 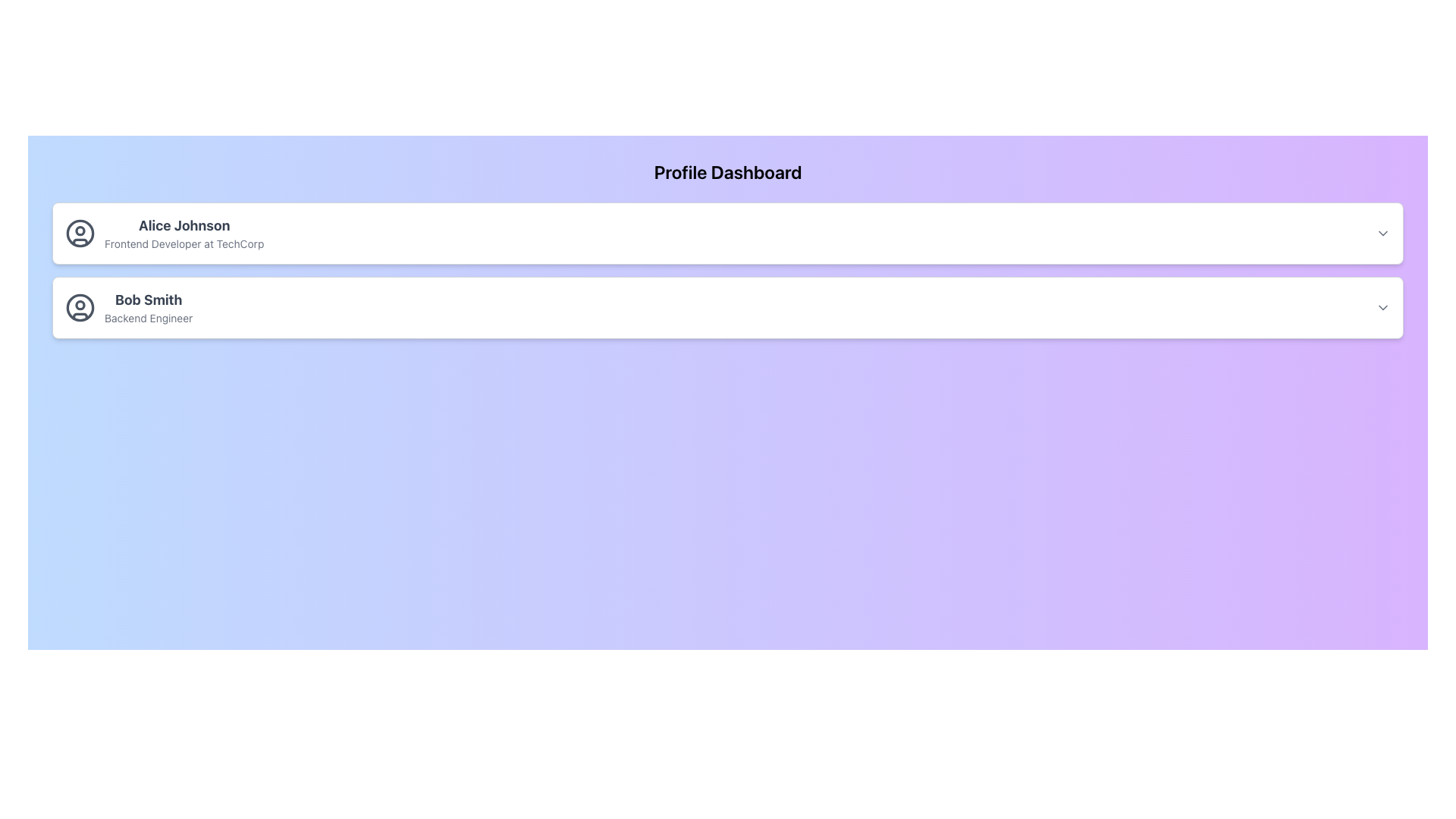 What do you see at coordinates (79, 231) in the screenshot?
I see `the small circle within the profile photo icon of 'Alice Johnson', located at the top center of the circular icon` at bounding box center [79, 231].